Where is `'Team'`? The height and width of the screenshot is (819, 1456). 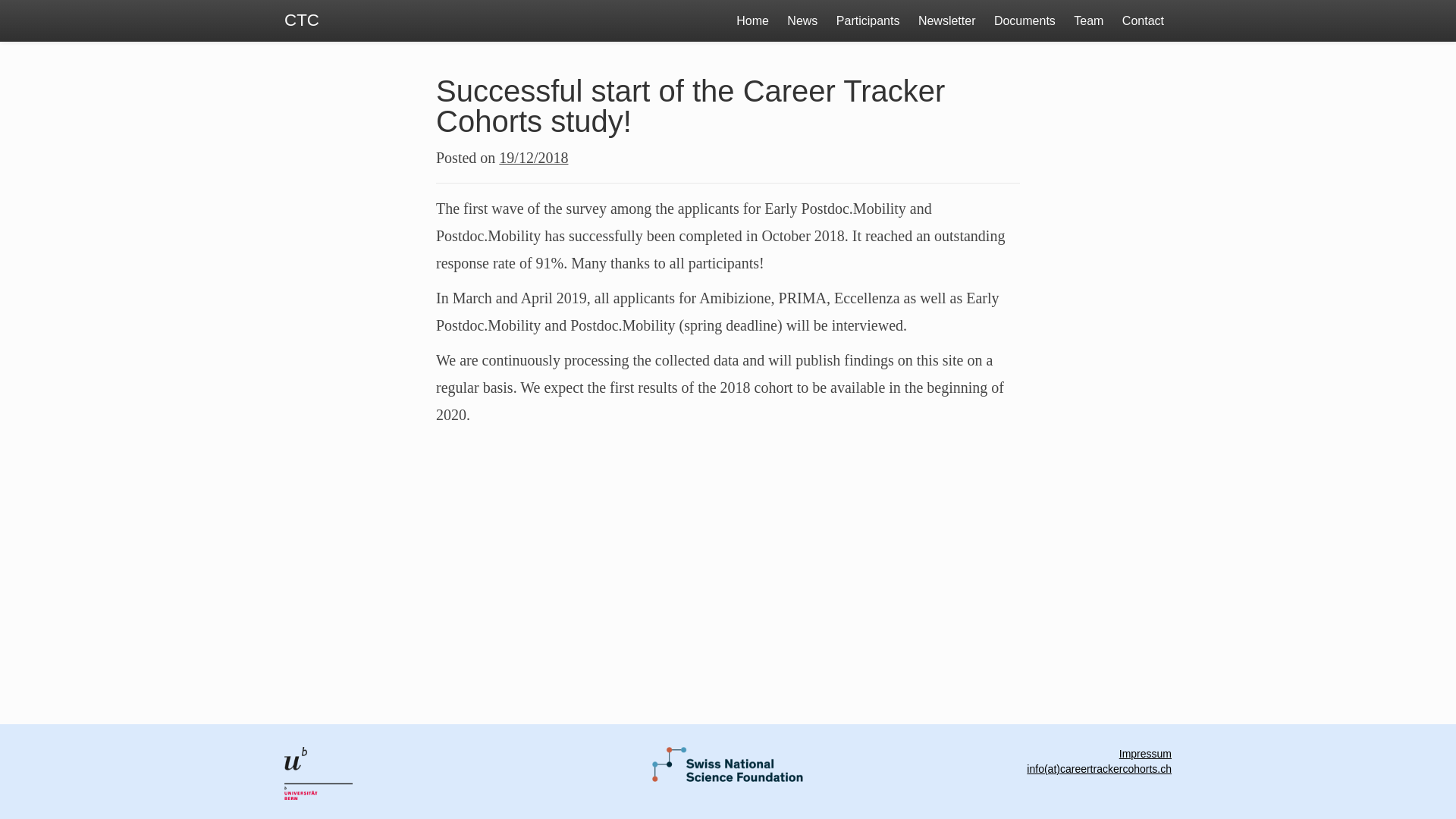 'Team' is located at coordinates (1087, 20).